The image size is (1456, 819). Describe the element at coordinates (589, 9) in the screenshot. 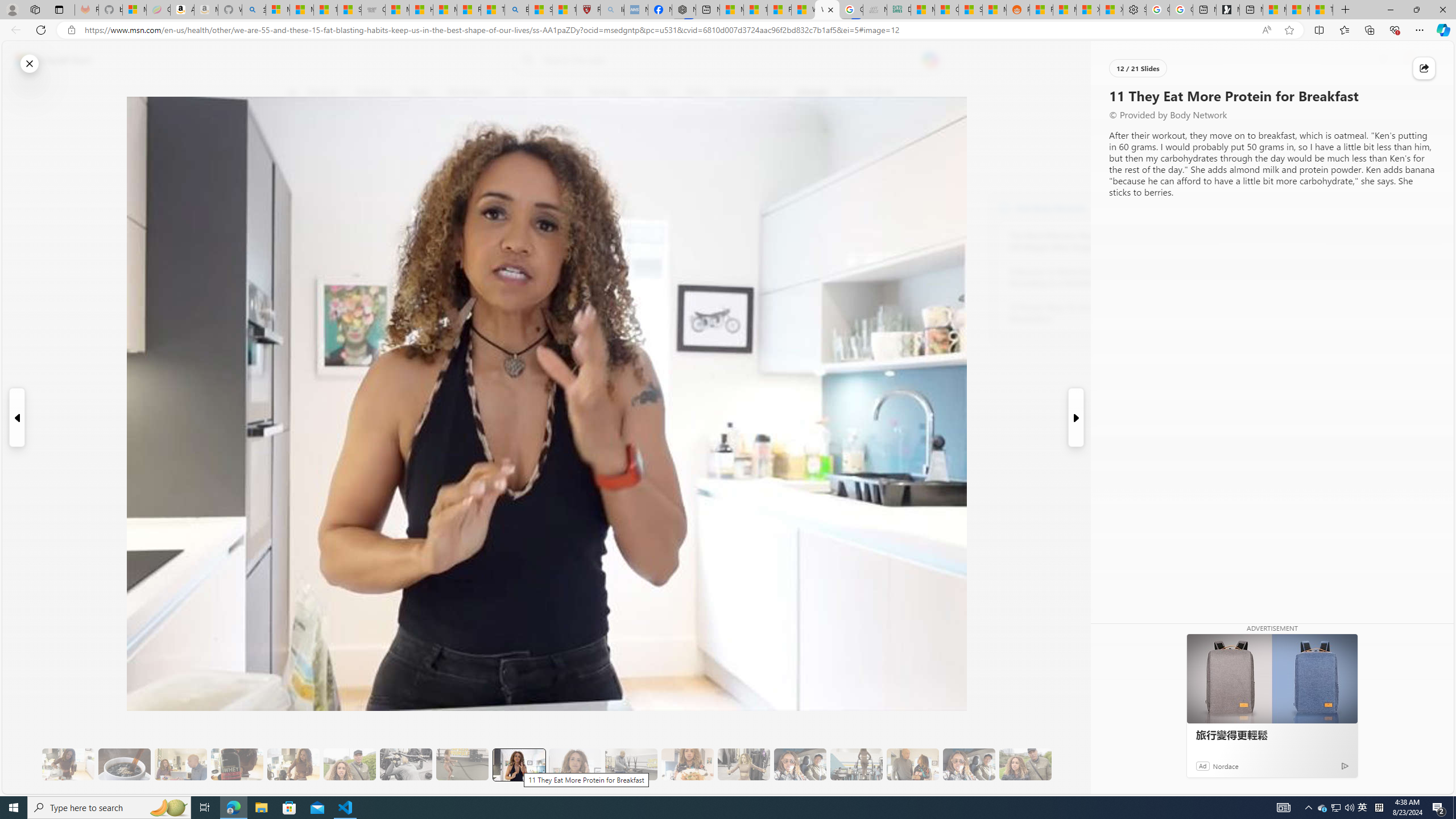

I see `'Robert H. Shmerling, MD - Harvard Health'` at that location.